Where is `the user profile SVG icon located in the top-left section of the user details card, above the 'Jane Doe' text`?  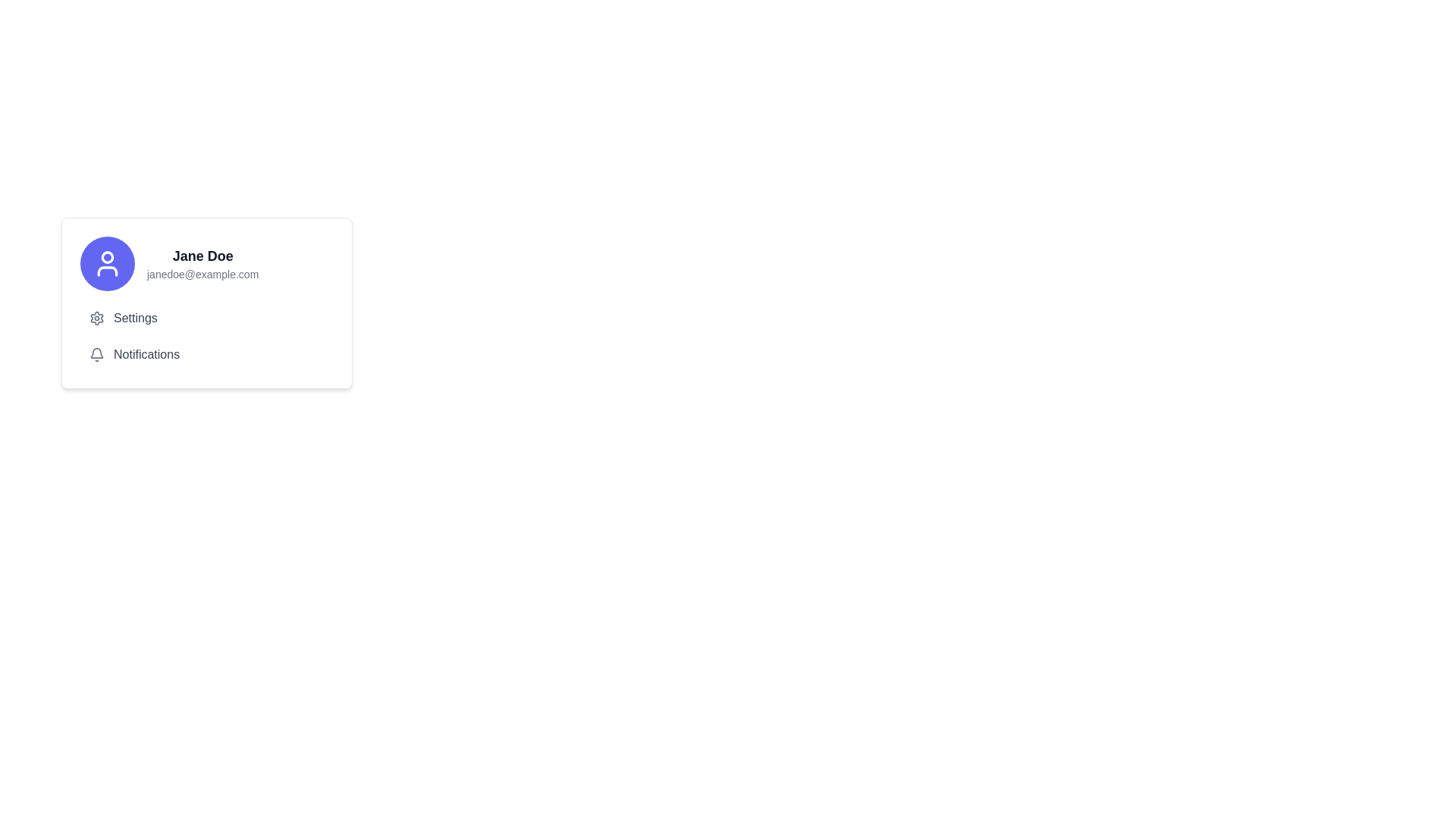 the user profile SVG icon located in the top-left section of the user details card, above the 'Jane Doe' text is located at coordinates (107, 262).